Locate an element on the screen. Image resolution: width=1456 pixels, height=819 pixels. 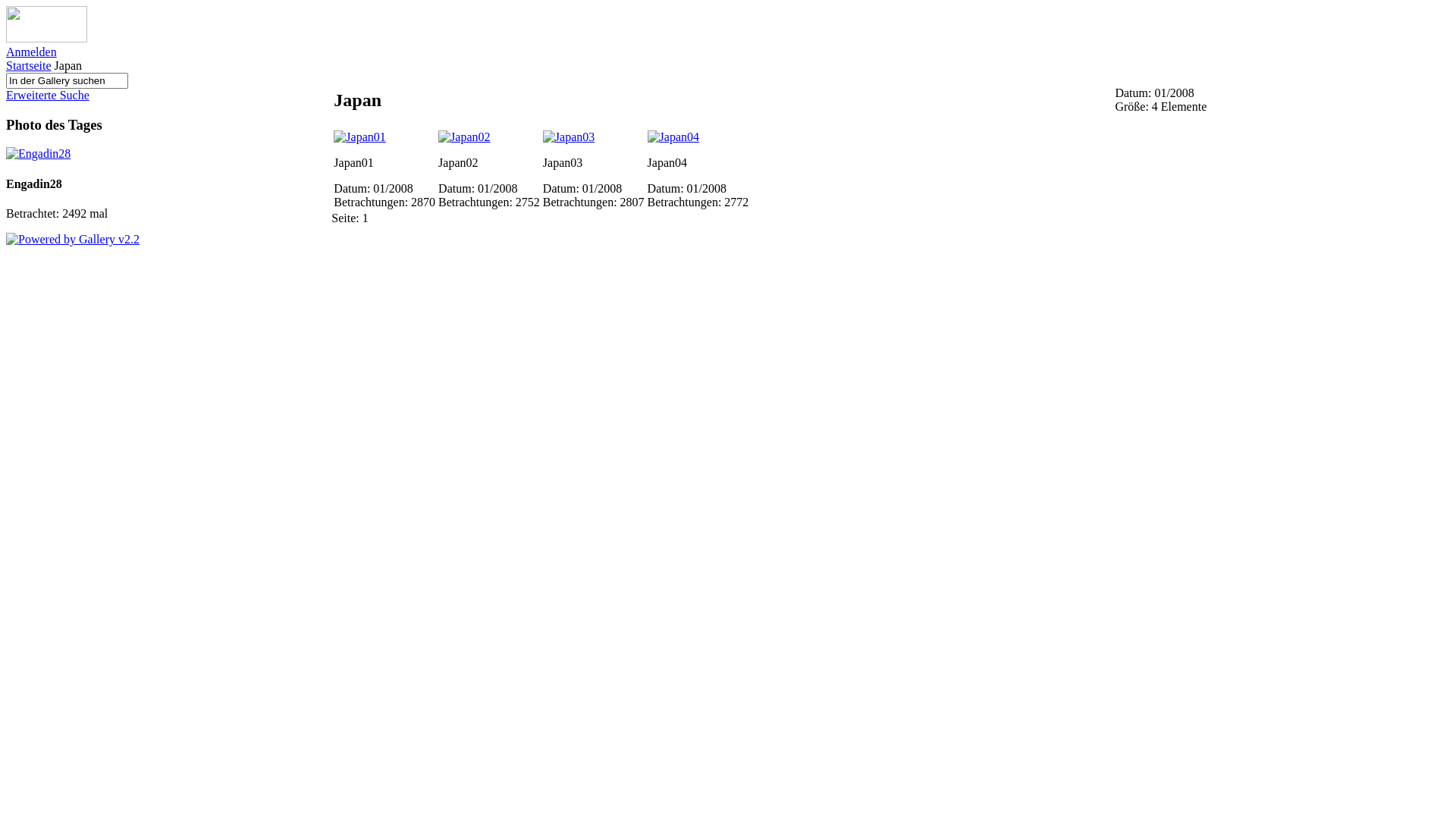
'Anmelden' is located at coordinates (31, 51).